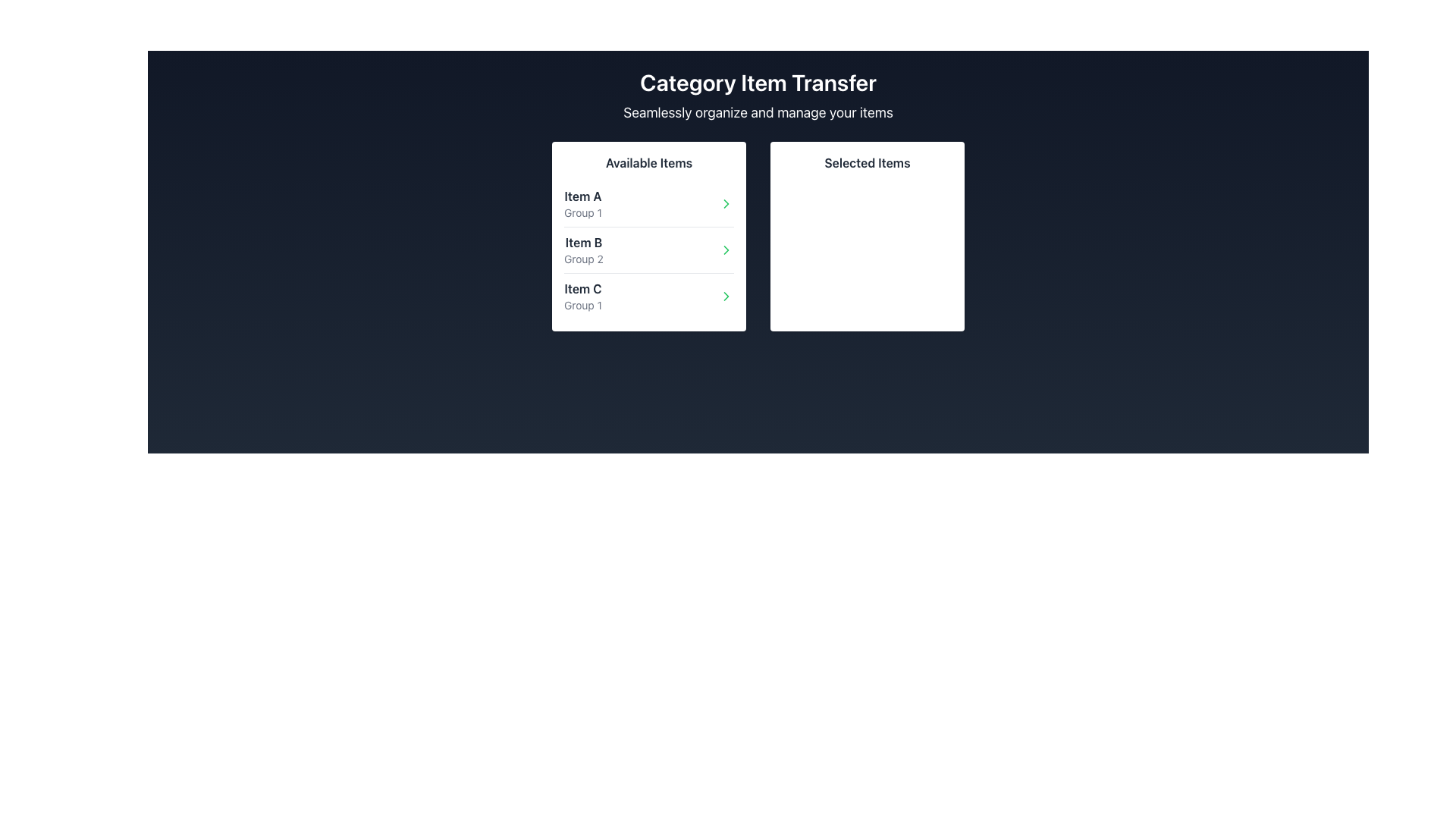 The width and height of the screenshot is (1456, 819). Describe the element at coordinates (726, 203) in the screenshot. I see `the green right-pointing arrow button located in the 'Available Items' section, aligned with 'Item A' and 'Group 1'` at that location.